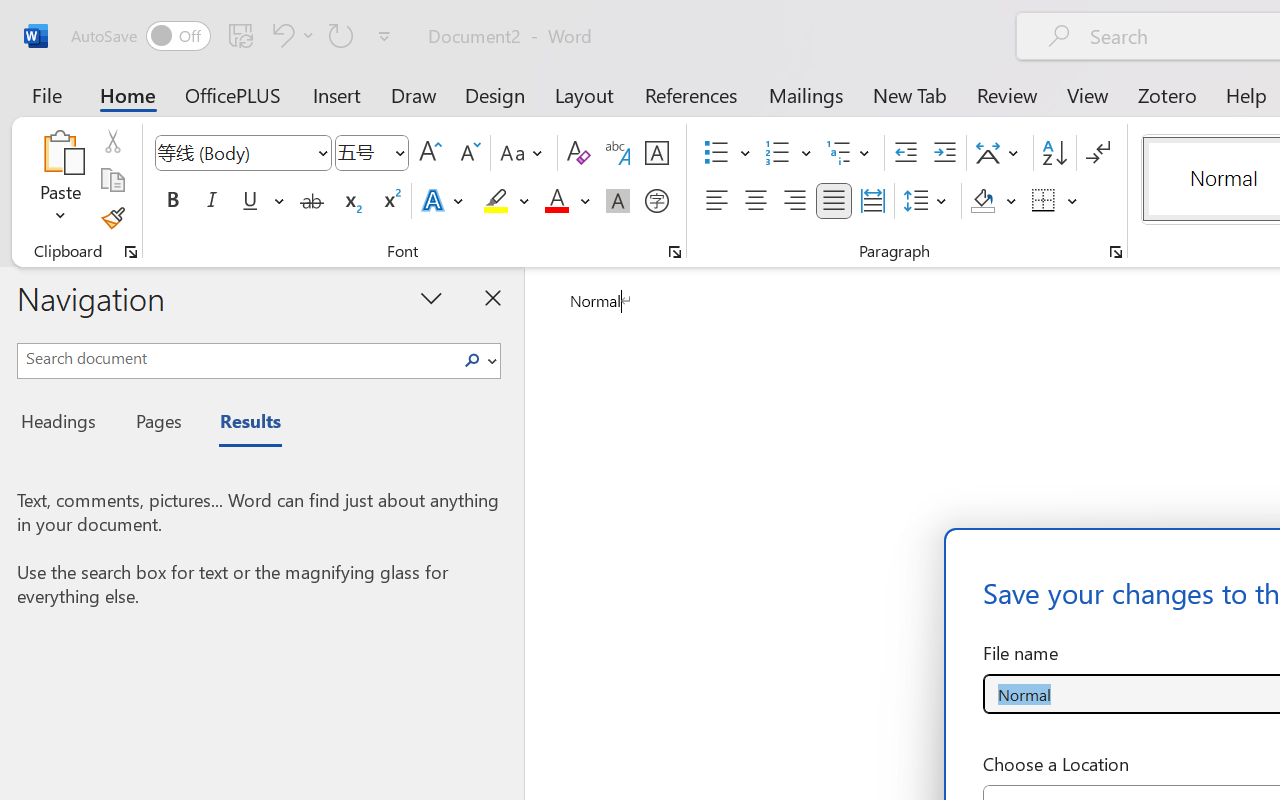 This screenshot has height=800, width=1280. I want to click on 'Sort...', so click(1053, 153).